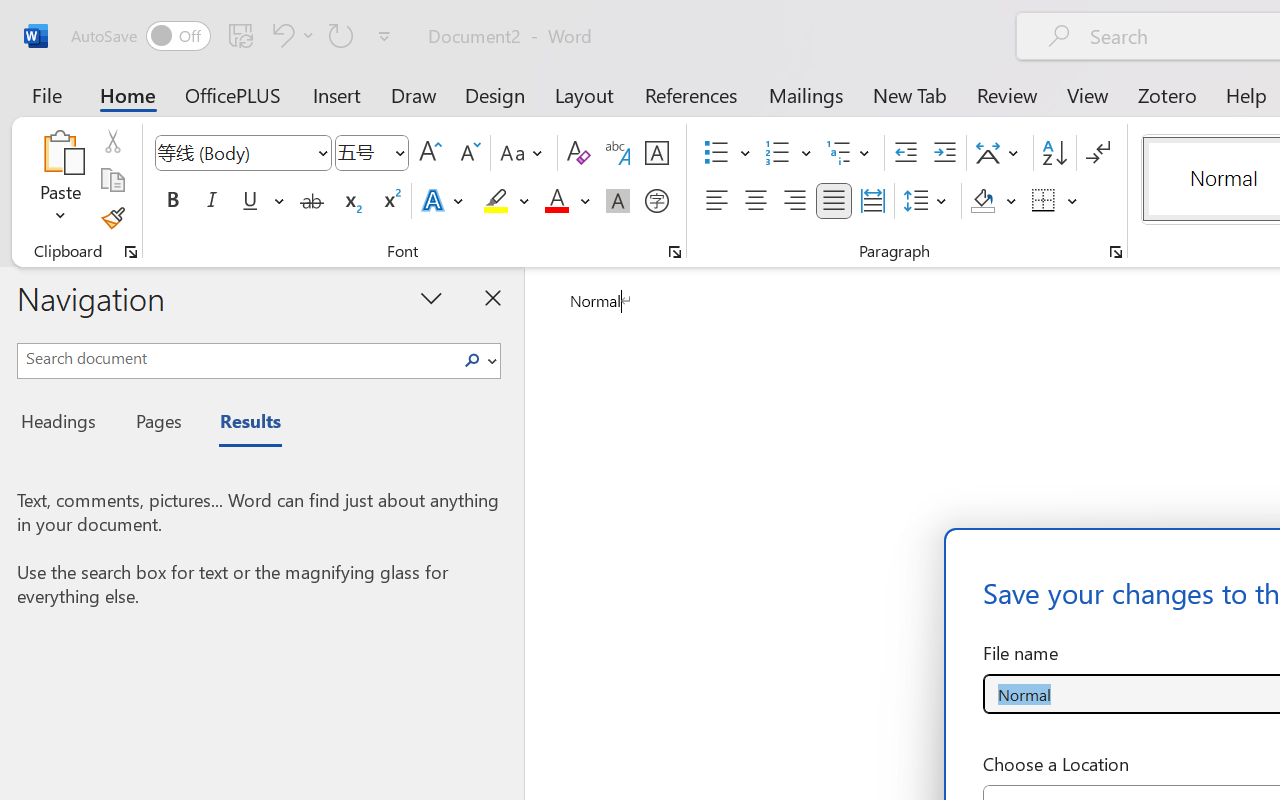 This screenshot has height=800, width=1280. I want to click on 'Sort...', so click(1053, 153).